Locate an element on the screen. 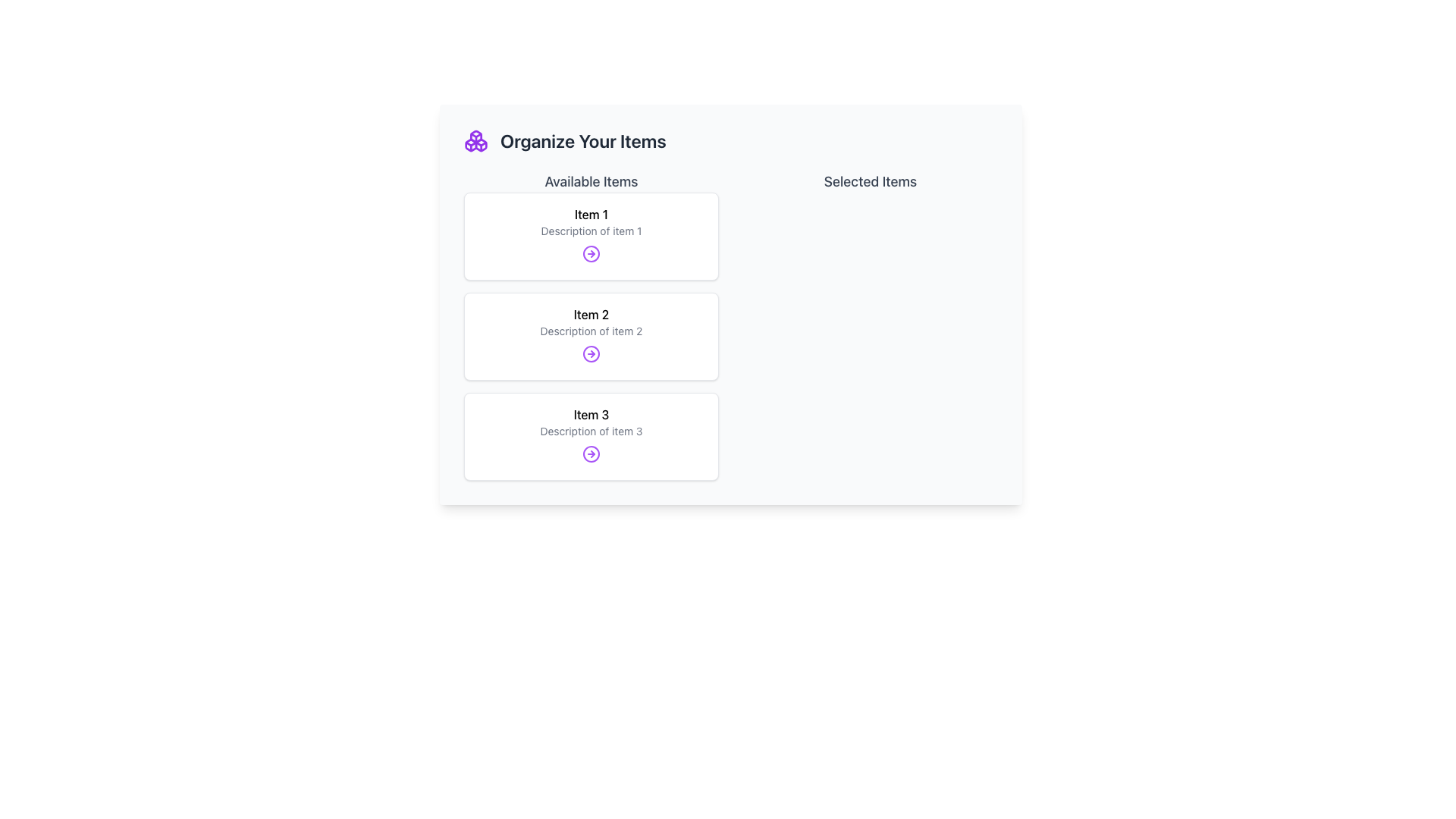 The height and width of the screenshot is (819, 1456). the Static Text Label located under the heading 'Item 1' in the first item box, providing additional information about the item is located at coordinates (590, 231).